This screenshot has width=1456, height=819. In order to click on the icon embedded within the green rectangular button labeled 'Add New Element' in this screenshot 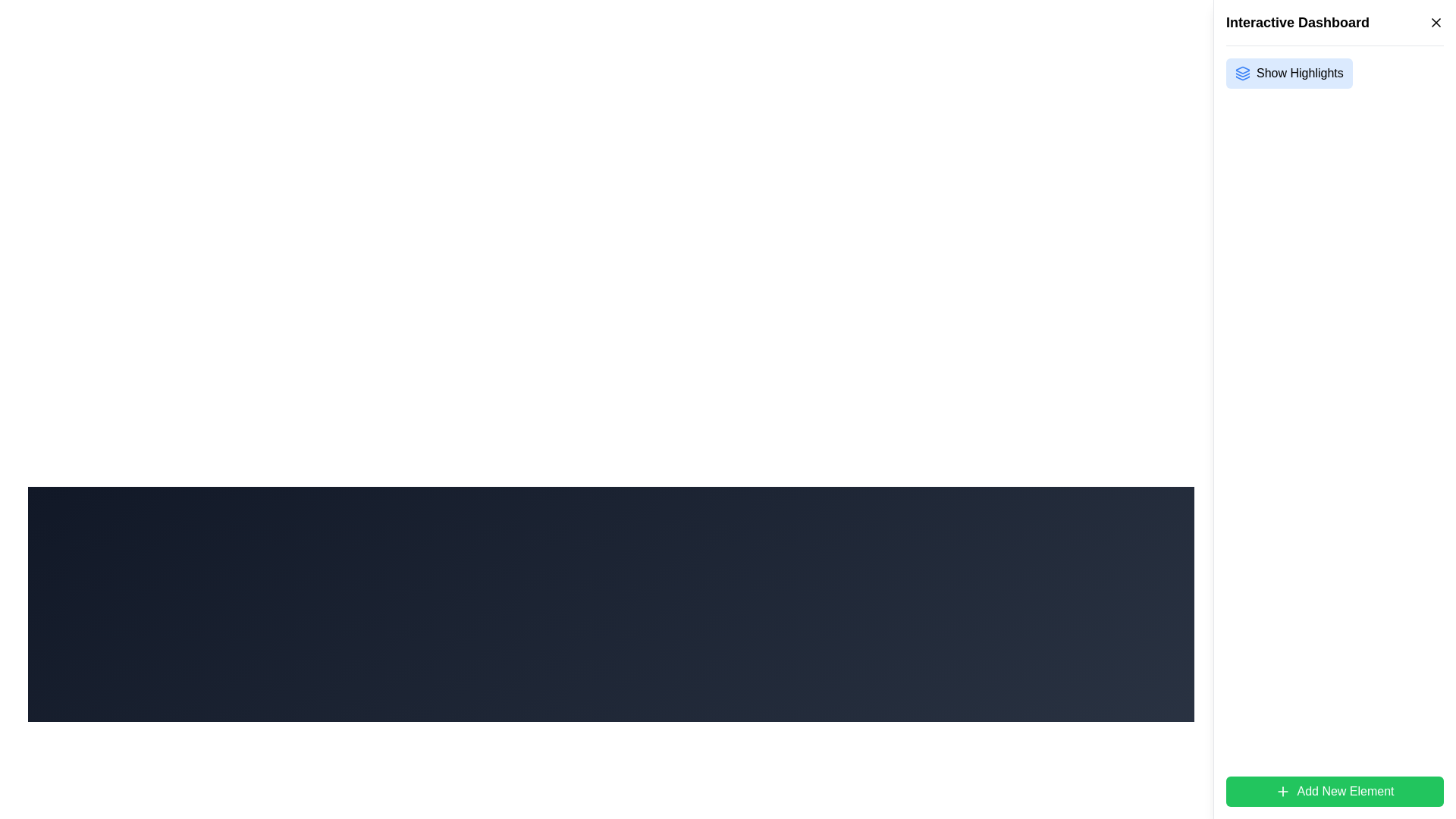, I will do `click(1282, 791)`.